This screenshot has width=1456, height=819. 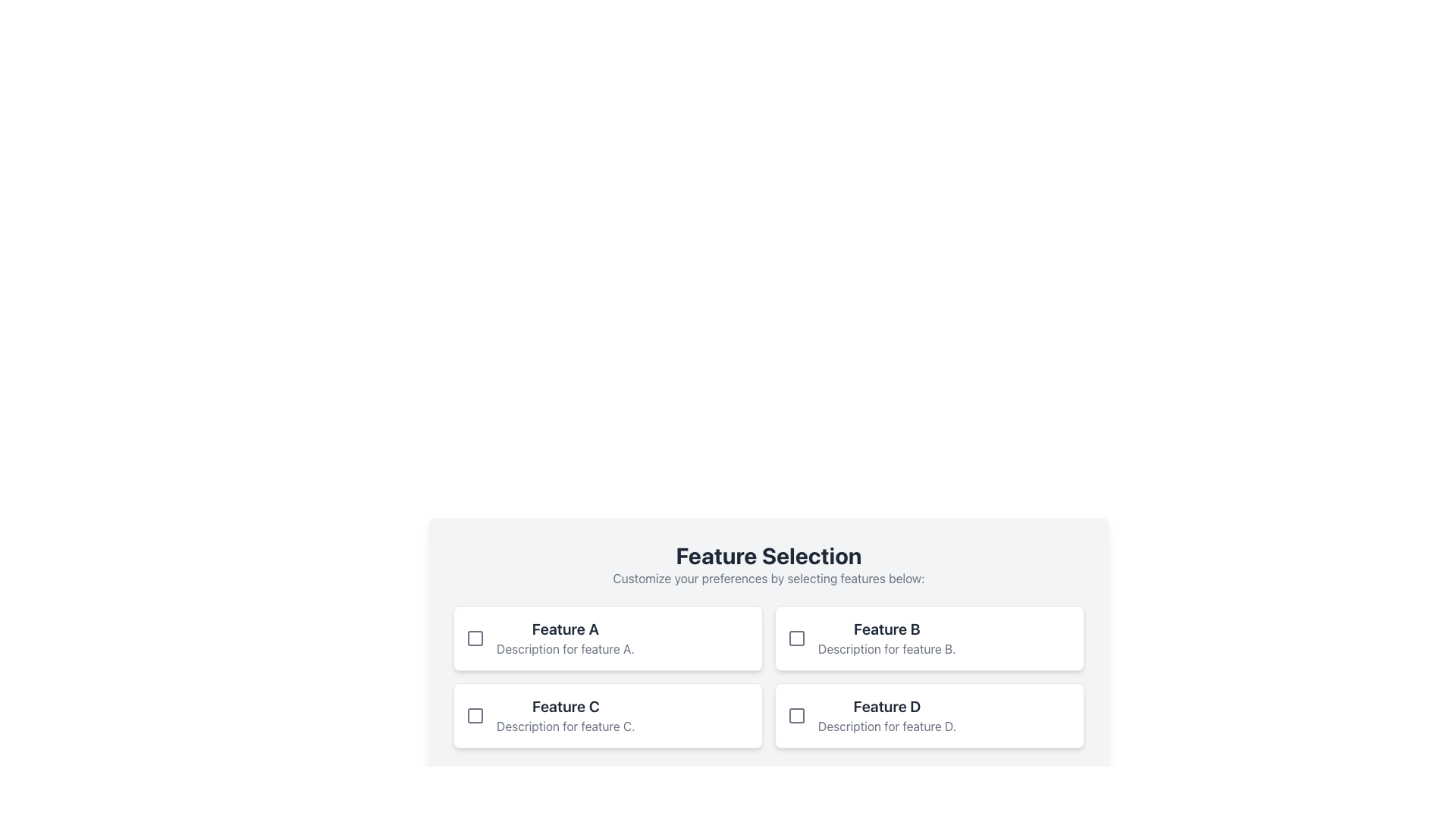 What do you see at coordinates (796, 638) in the screenshot?
I see `the Checkbox indicator for 'Feature B'` at bounding box center [796, 638].